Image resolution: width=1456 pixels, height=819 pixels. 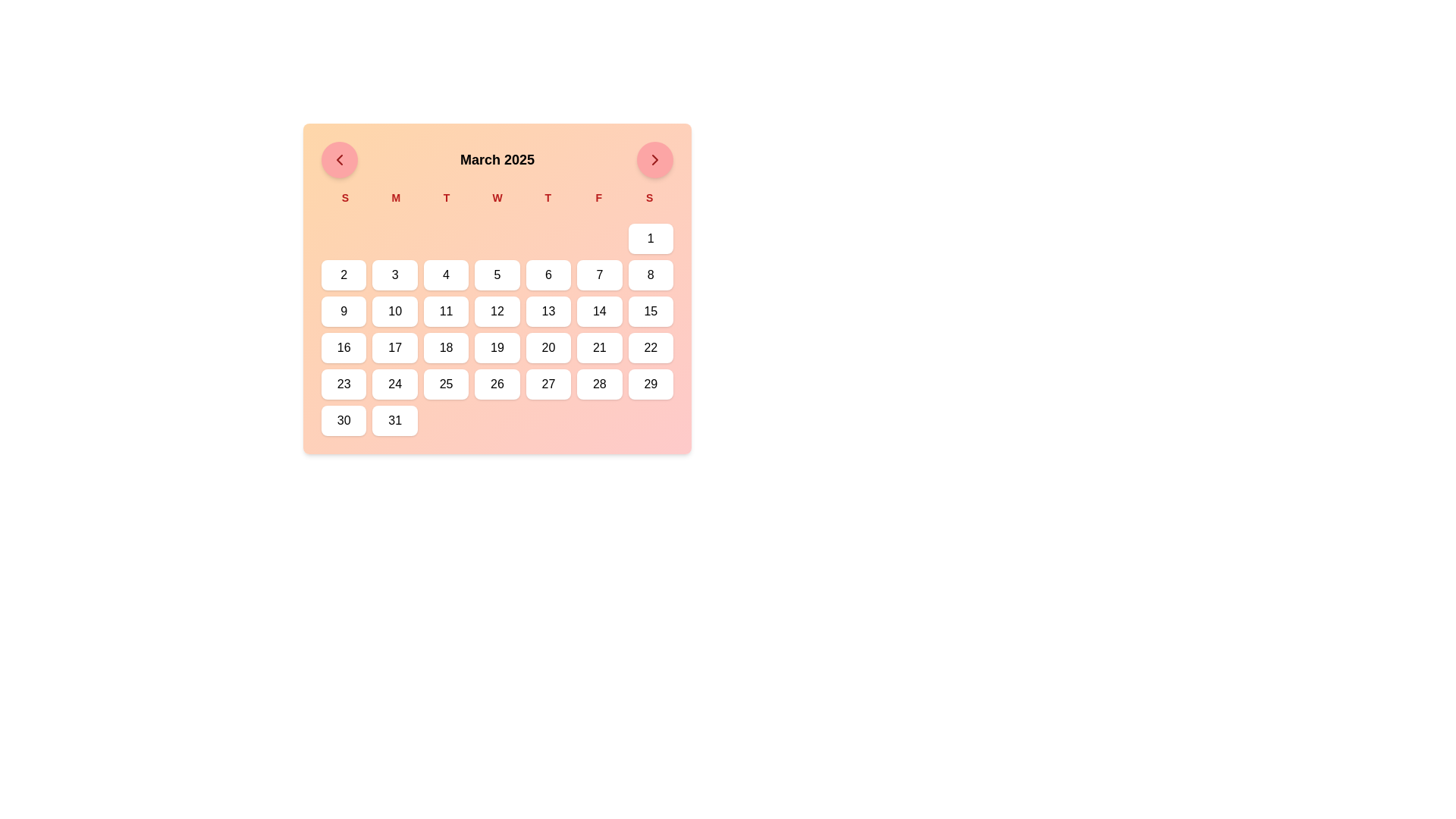 I want to click on the circular red button with a leftward-pointing arrow icon located to the left of 'March 2025' in the header bar for keyboard interaction, so click(x=338, y=160).